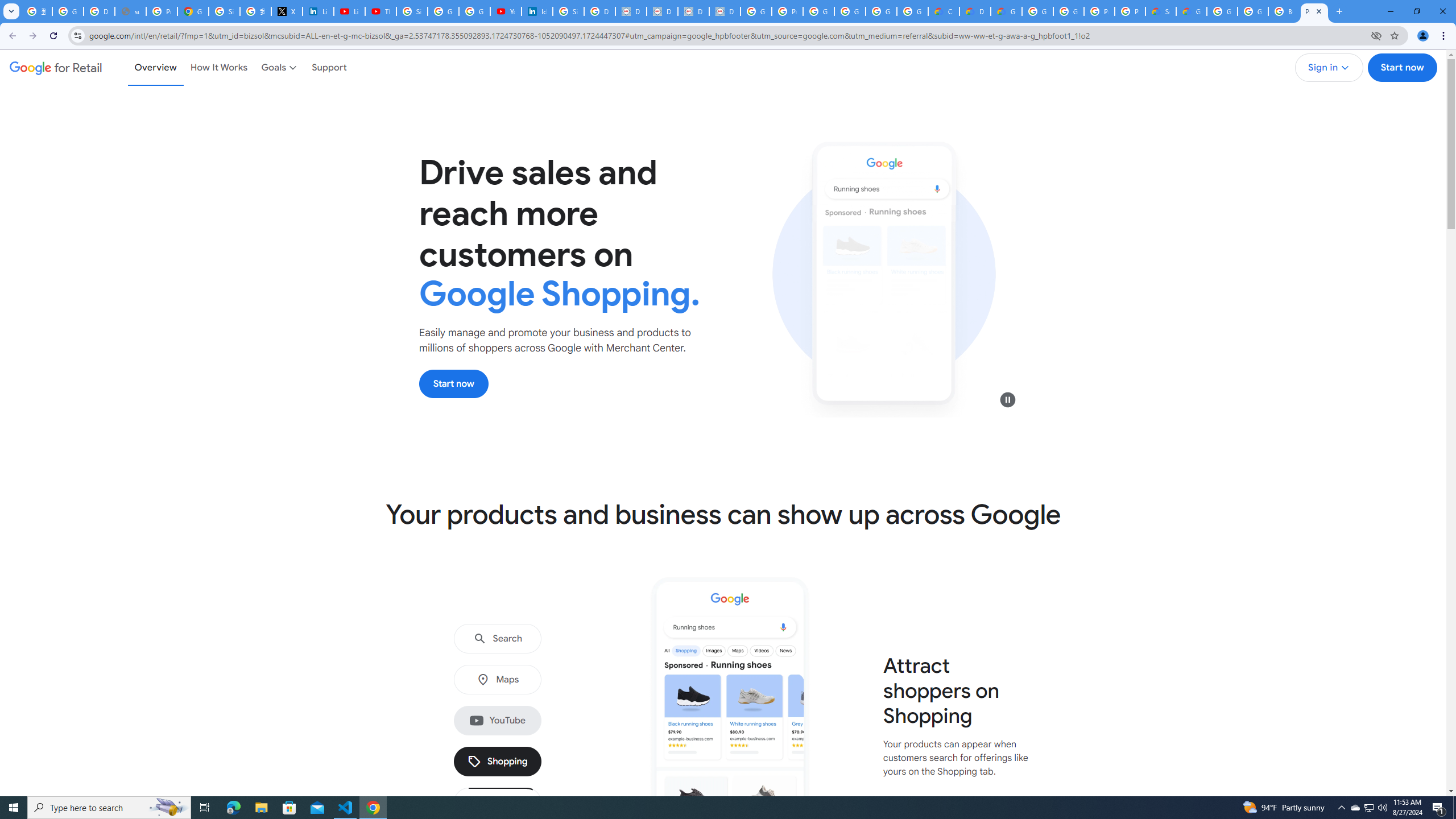  What do you see at coordinates (630, 11) in the screenshot?
I see `'Data Privacy Framework'` at bounding box center [630, 11].